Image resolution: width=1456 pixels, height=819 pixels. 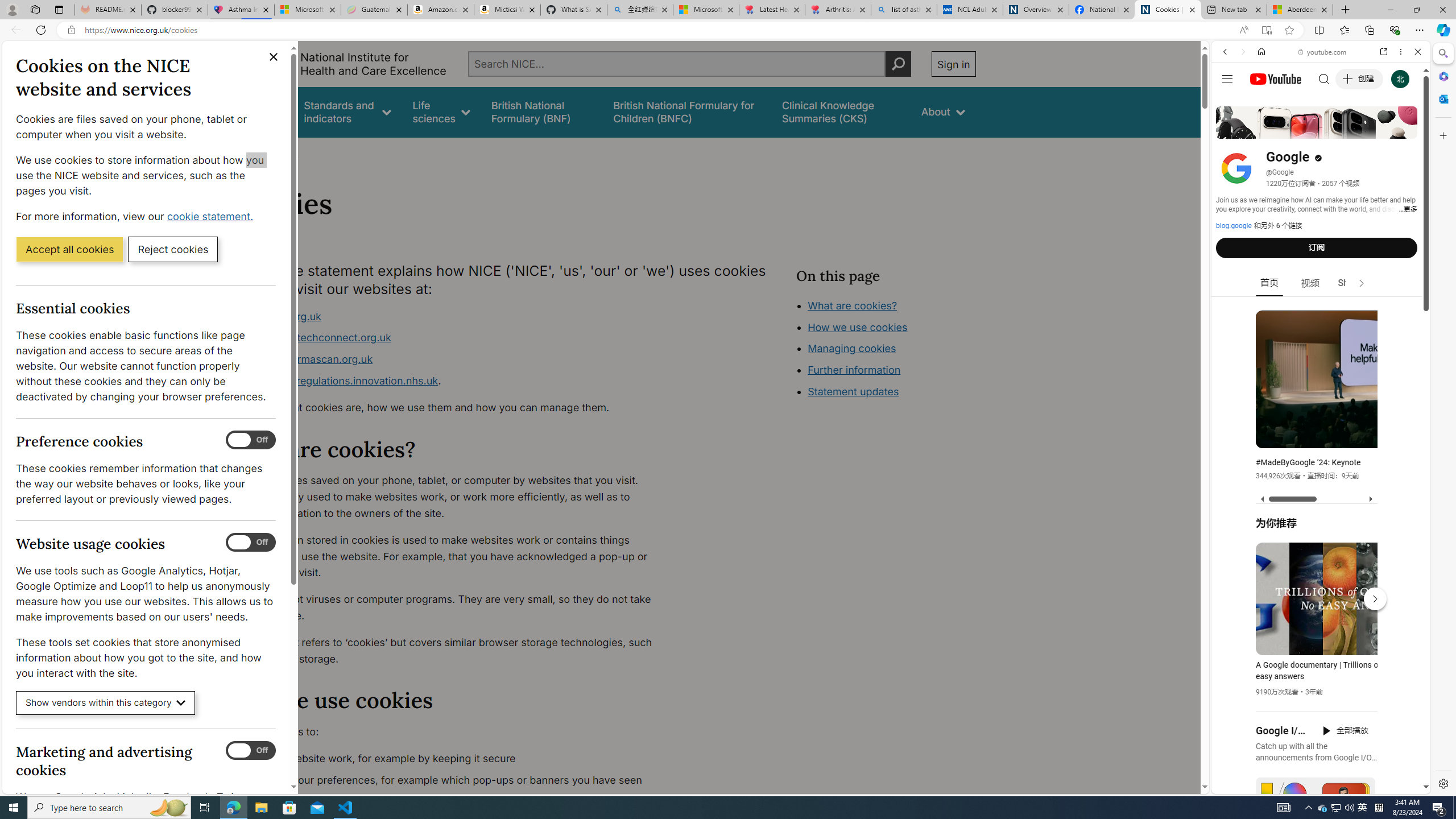 I want to click on 'Preference cookies', so click(x=250, y=440).